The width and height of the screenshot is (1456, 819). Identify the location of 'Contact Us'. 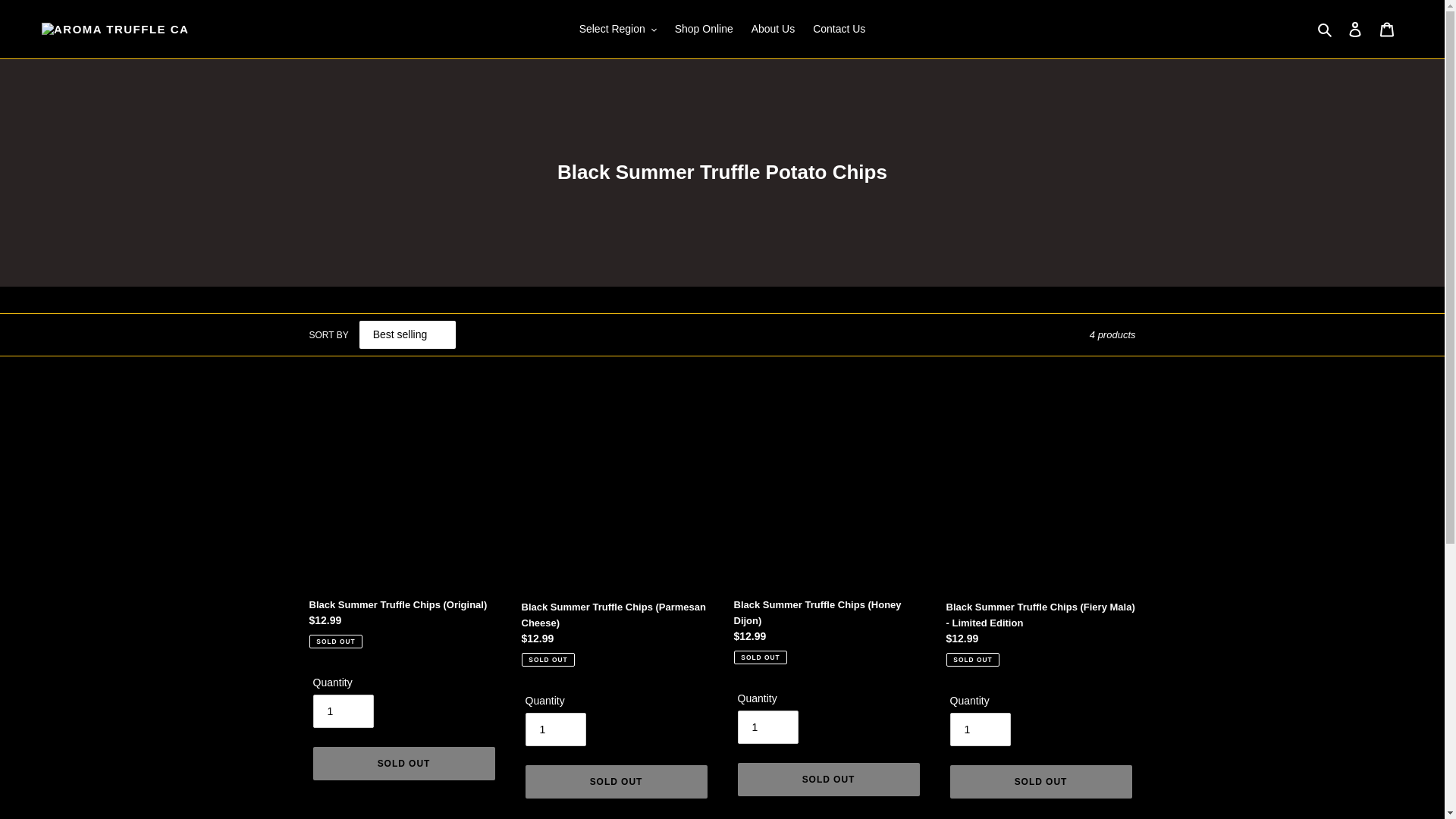
(804, 29).